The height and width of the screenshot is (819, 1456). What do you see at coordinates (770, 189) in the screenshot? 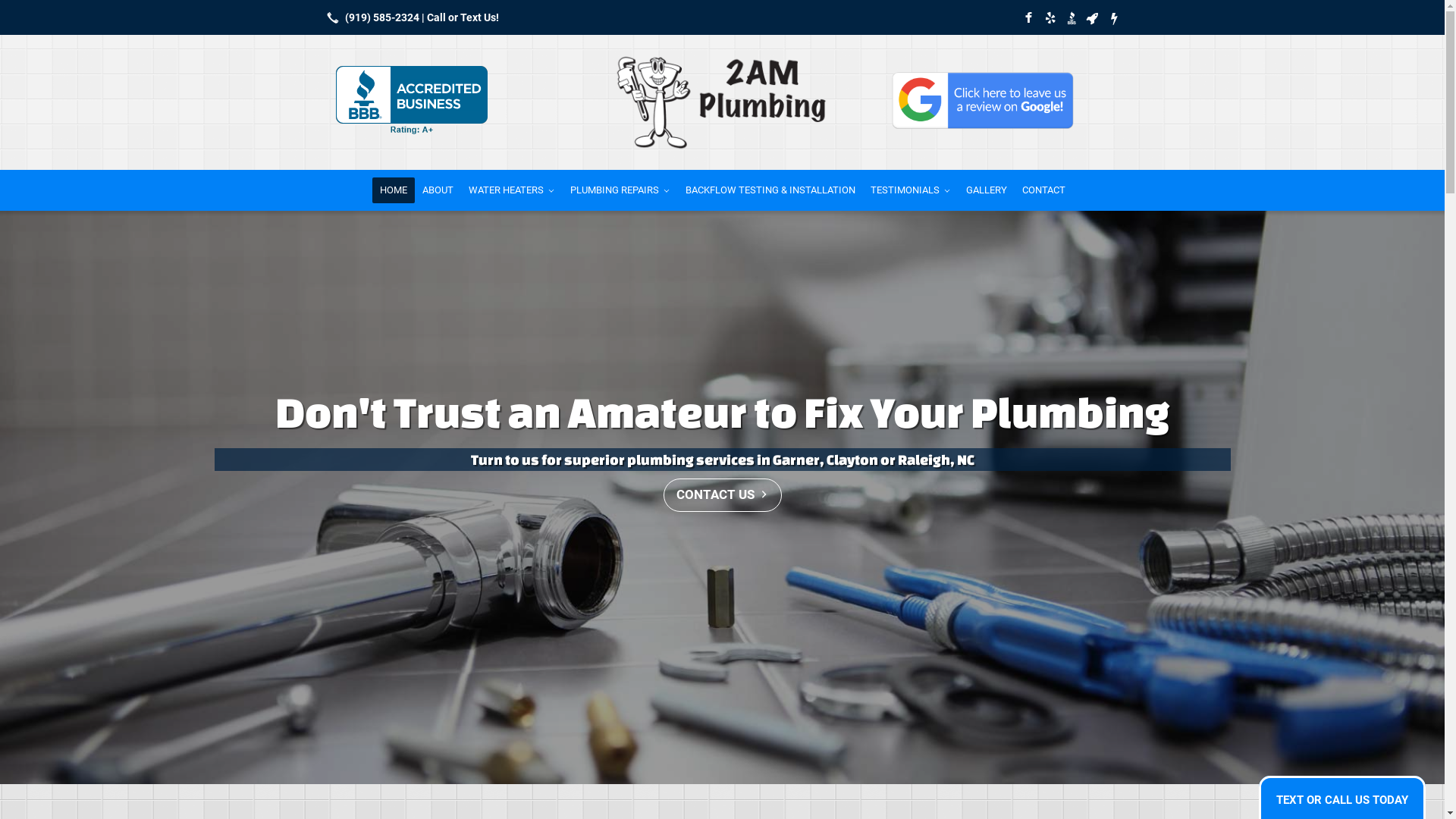
I see `'BACKFLOW TESTING & INSTALLATION'` at bounding box center [770, 189].